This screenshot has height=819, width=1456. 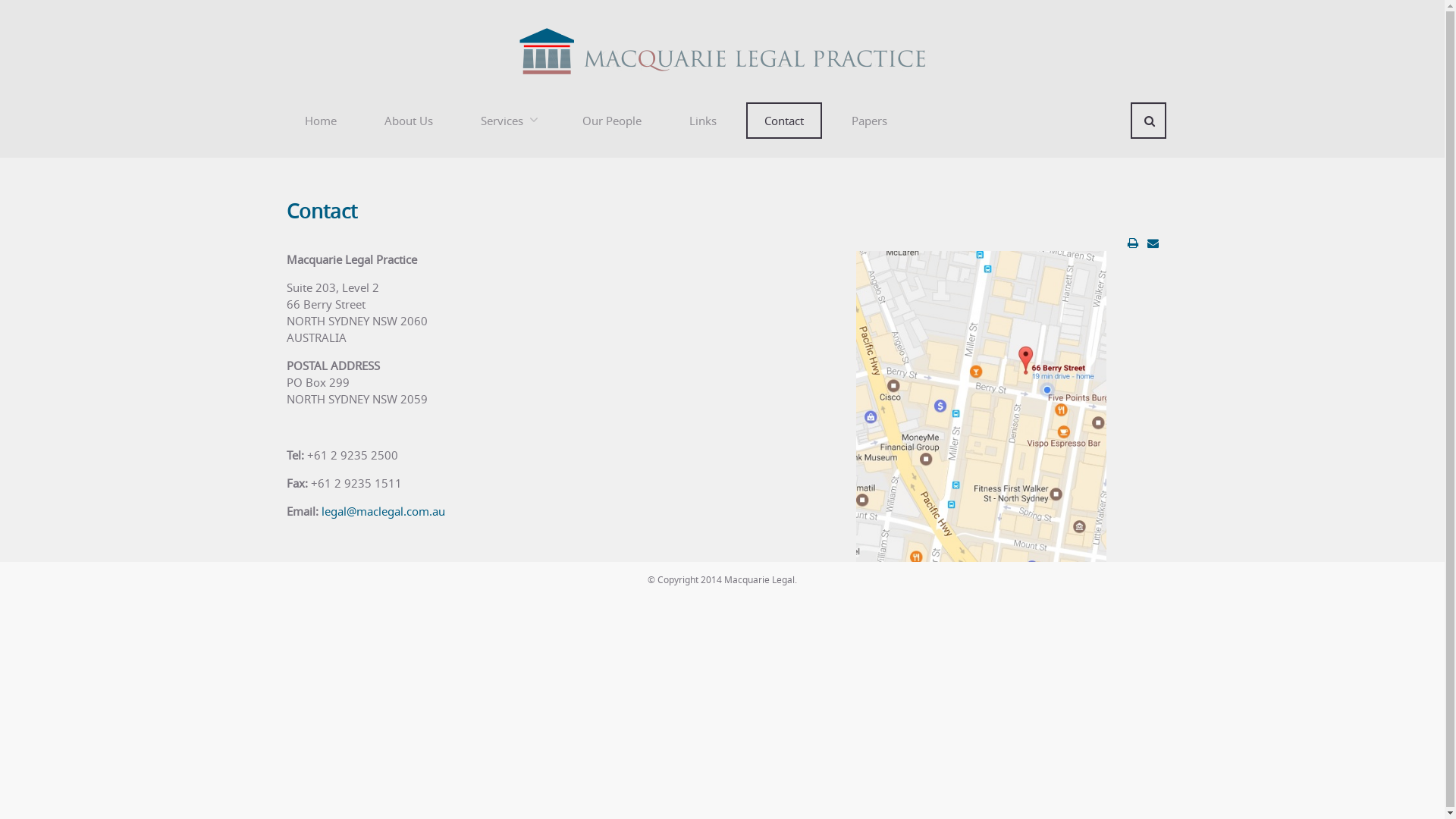 I want to click on 'Services', so click(x=507, y=119).